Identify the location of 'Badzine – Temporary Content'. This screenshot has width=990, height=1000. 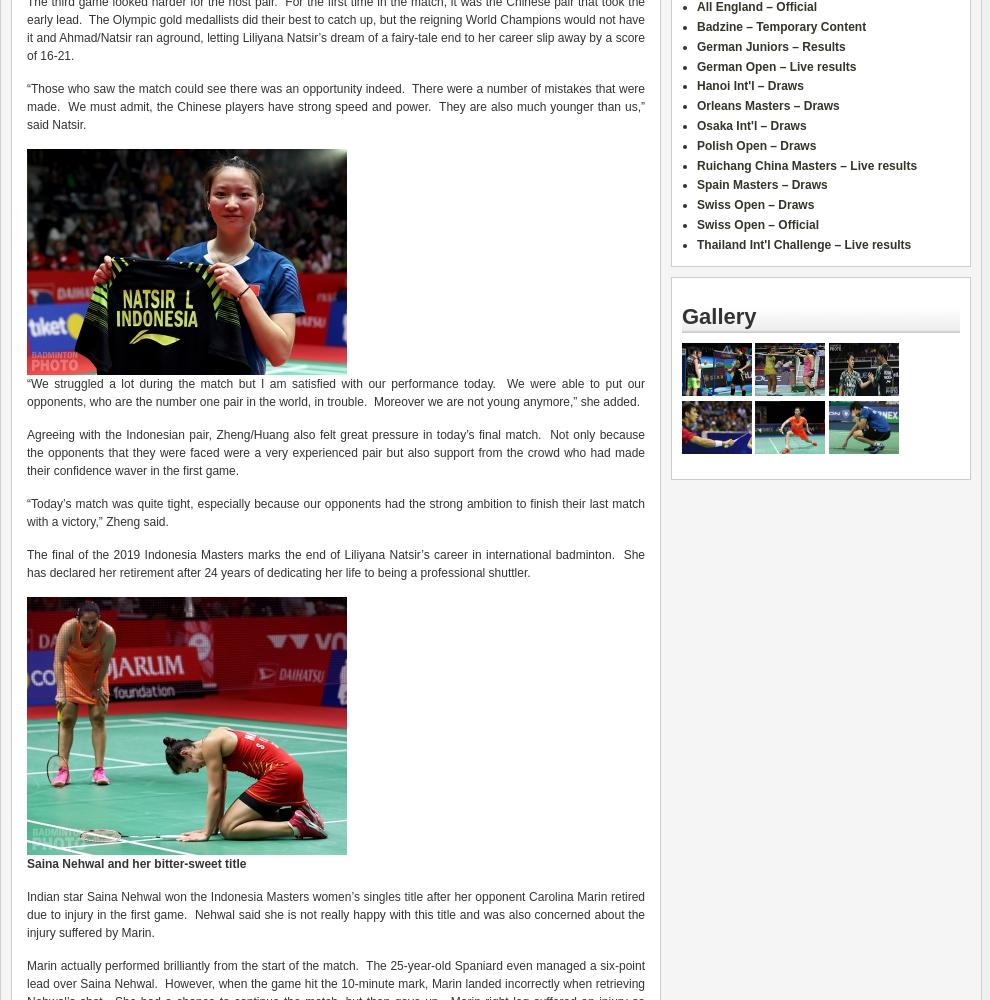
(781, 26).